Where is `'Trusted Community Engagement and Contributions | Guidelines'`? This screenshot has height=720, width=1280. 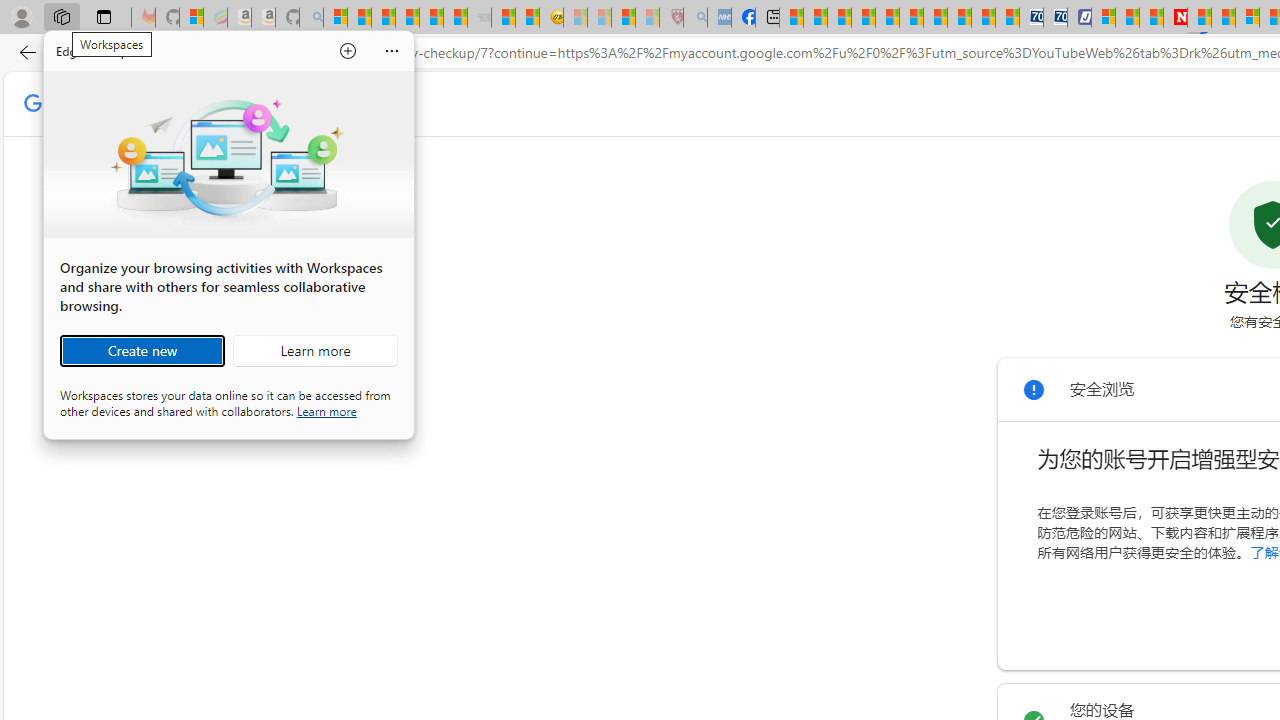
'Trusted Community Engagement and Contributions | Guidelines' is located at coordinates (1199, 17).